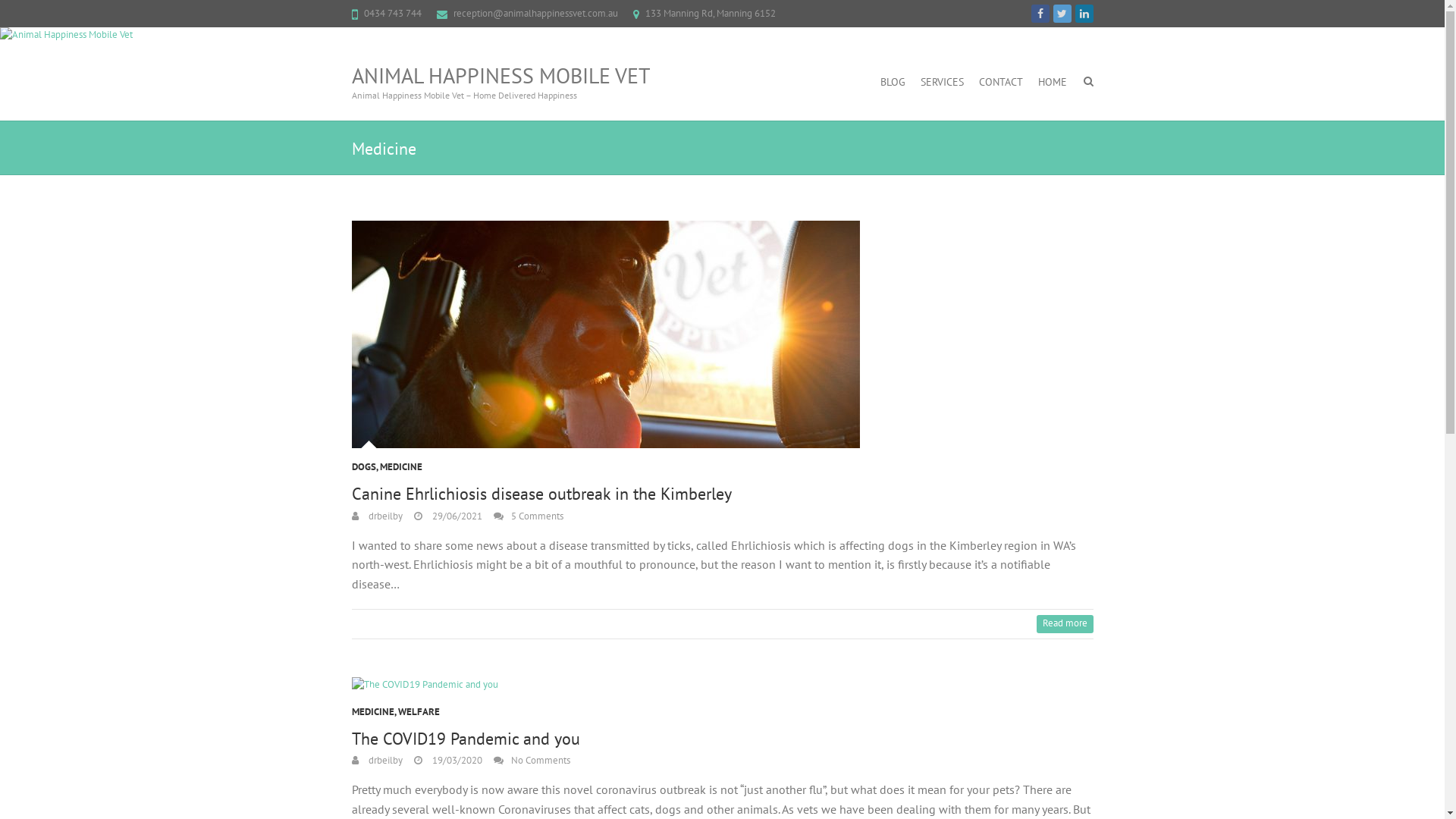 The image size is (1456, 819). I want to click on '19/03/2020', so click(447, 760).